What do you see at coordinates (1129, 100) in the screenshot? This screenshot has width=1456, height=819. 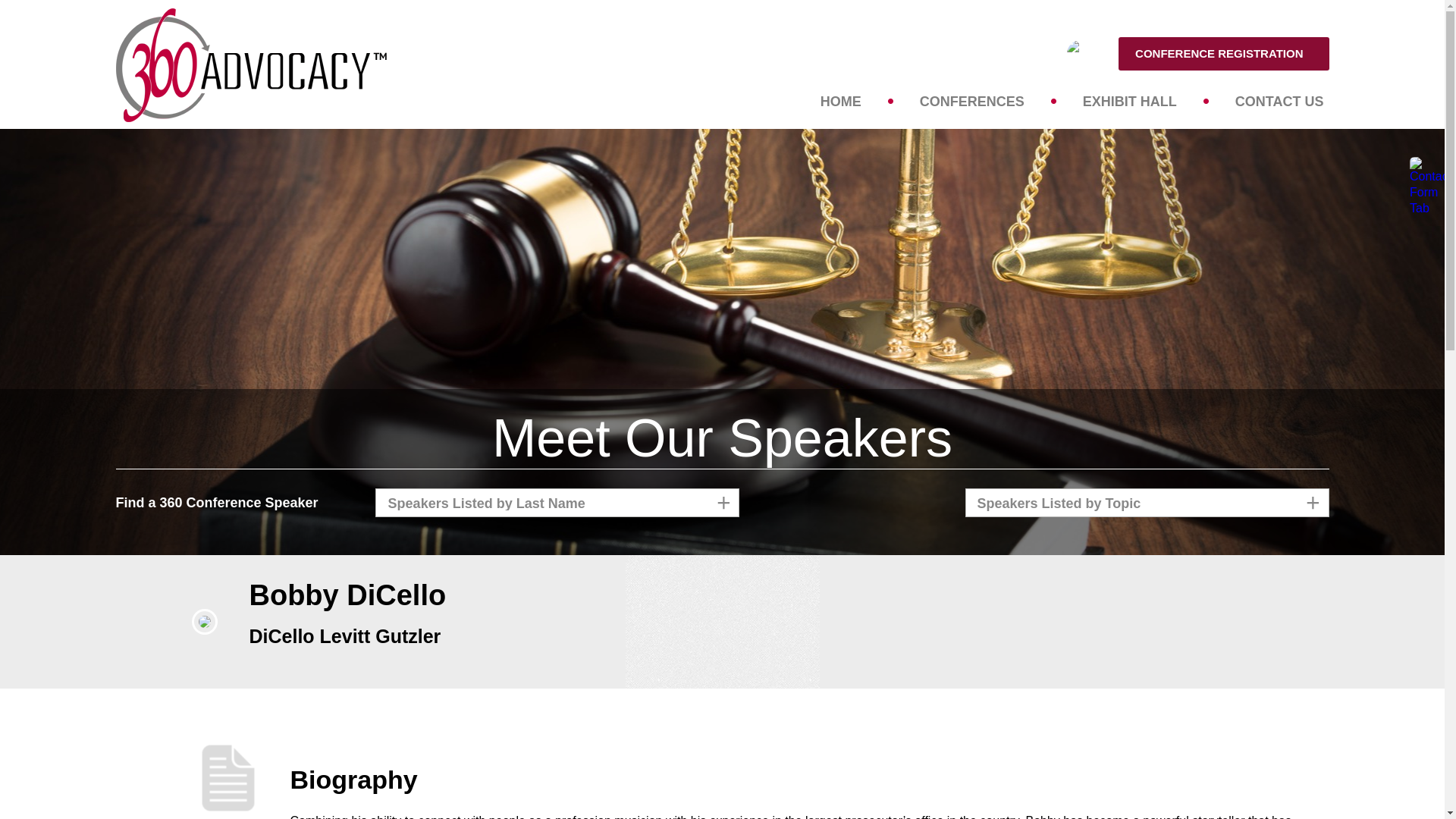 I see `'EXHIBIT HALL'` at bounding box center [1129, 100].